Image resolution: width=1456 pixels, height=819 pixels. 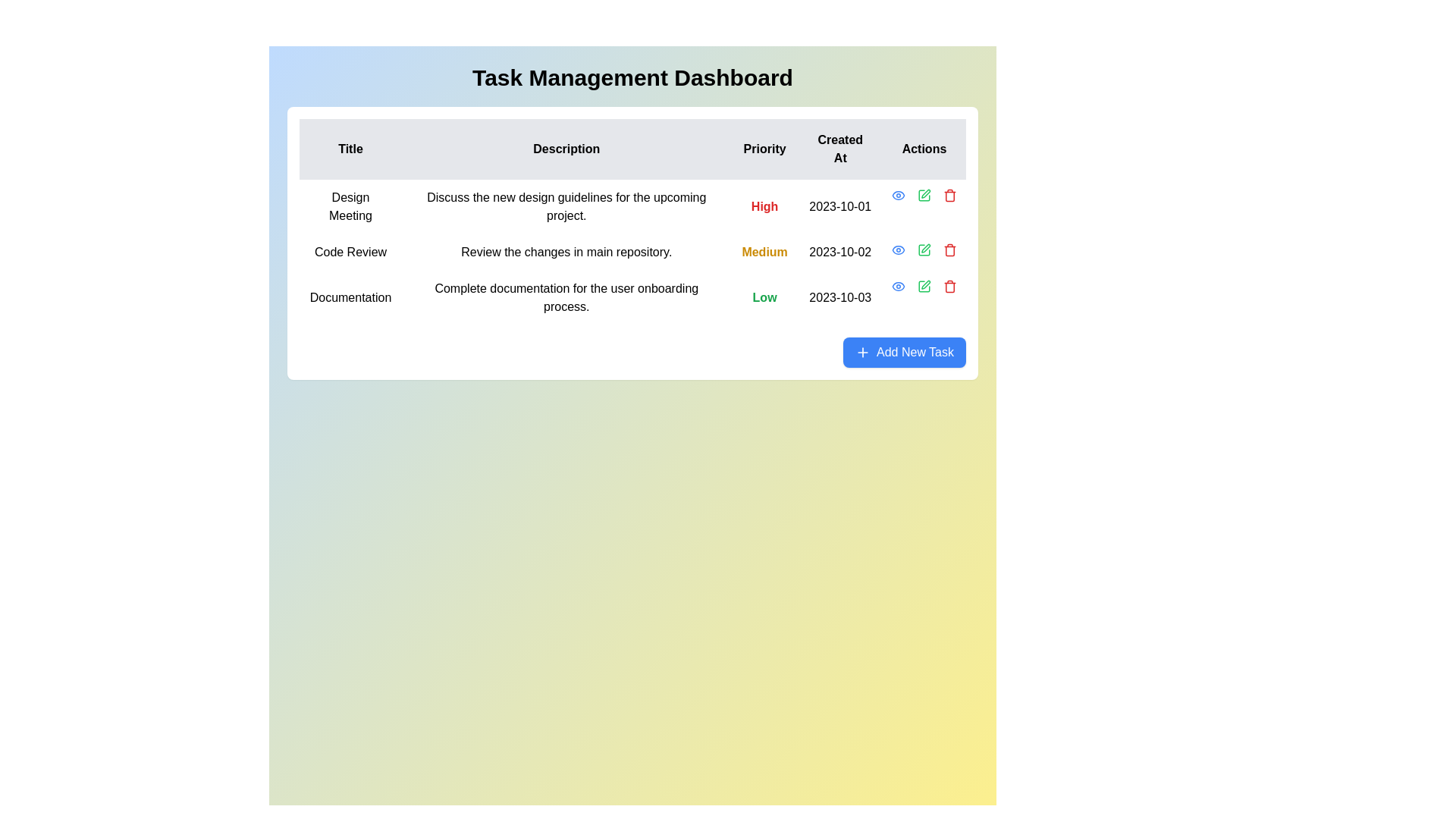 I want to click on the 'High' text label in bold red font, indicating priority, located in the 'Priority' column of the first row of a task management table, so click(x=764, y=207).